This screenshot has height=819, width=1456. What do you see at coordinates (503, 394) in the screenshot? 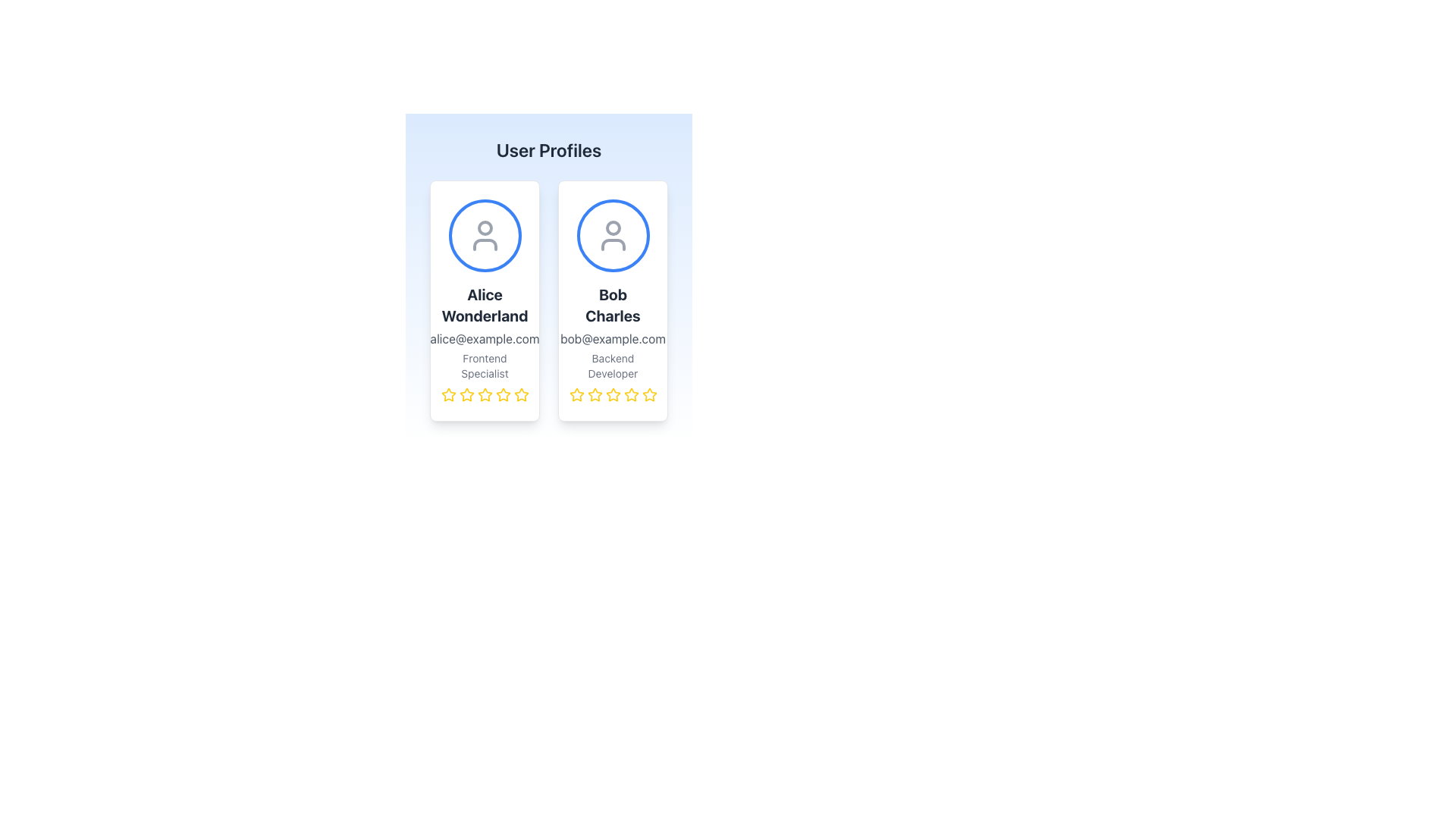
I see `the sixth star icon in the row of 7 rating stars in the lower section of Bob Charles's user profile card` at bounding box center [503, 394].